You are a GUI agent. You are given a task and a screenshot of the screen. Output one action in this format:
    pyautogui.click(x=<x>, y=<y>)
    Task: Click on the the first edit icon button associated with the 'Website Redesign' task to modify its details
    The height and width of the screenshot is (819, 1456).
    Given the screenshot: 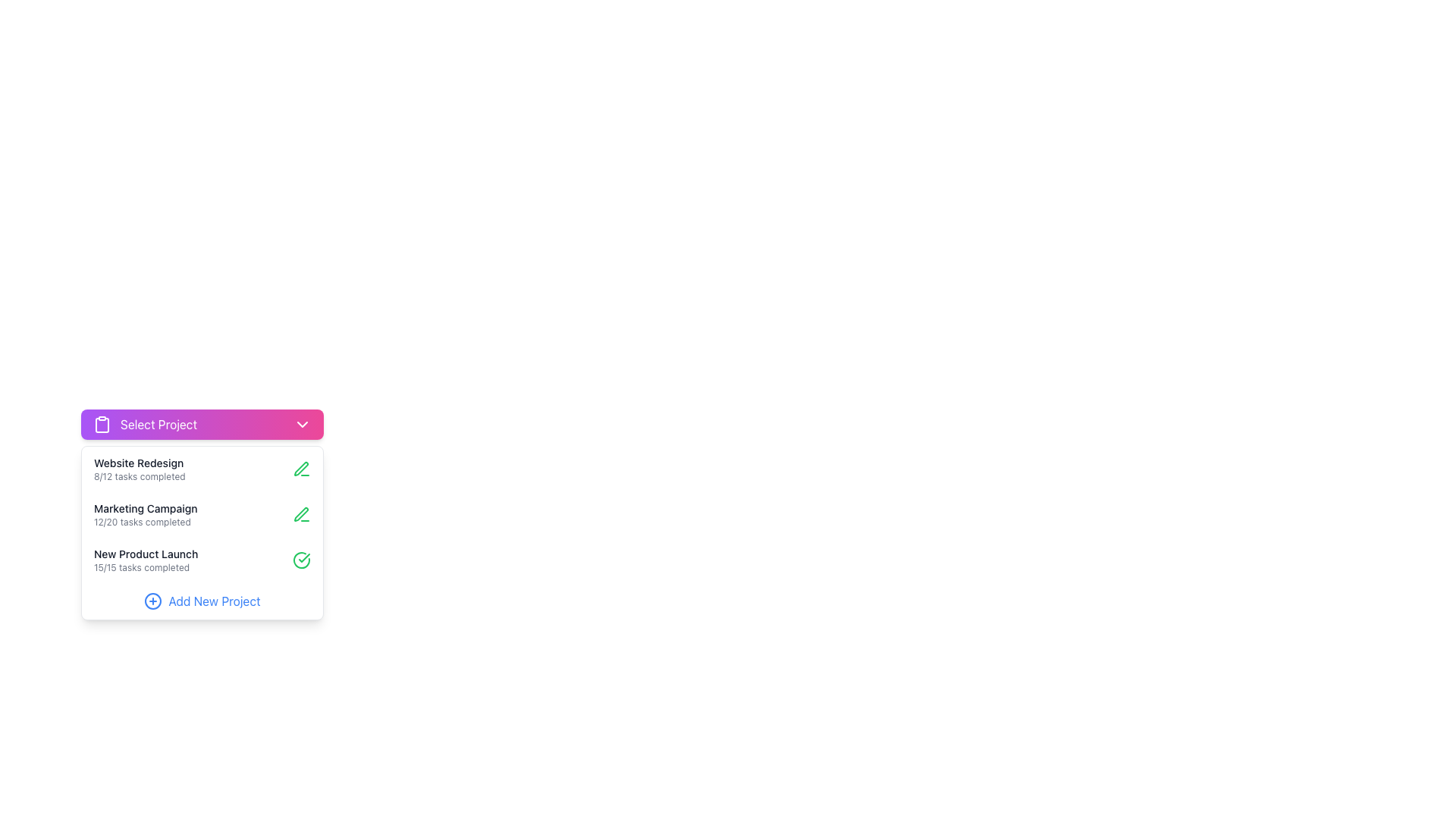 What is the action you would take?
    pyautogui.click(x=301, y=513)
    